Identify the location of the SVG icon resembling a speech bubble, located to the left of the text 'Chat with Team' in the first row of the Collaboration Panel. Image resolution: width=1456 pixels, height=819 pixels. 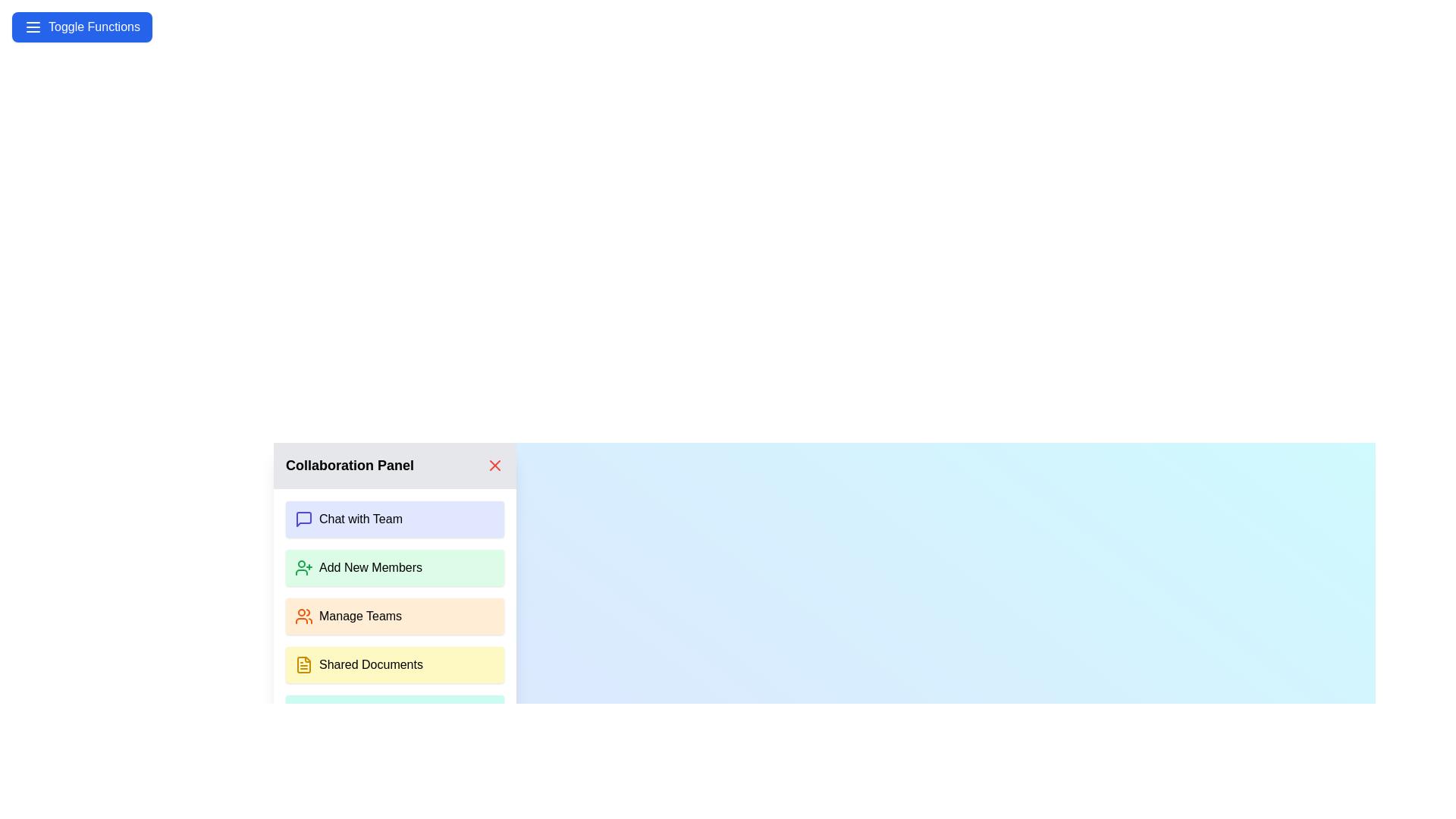
(303, 519).